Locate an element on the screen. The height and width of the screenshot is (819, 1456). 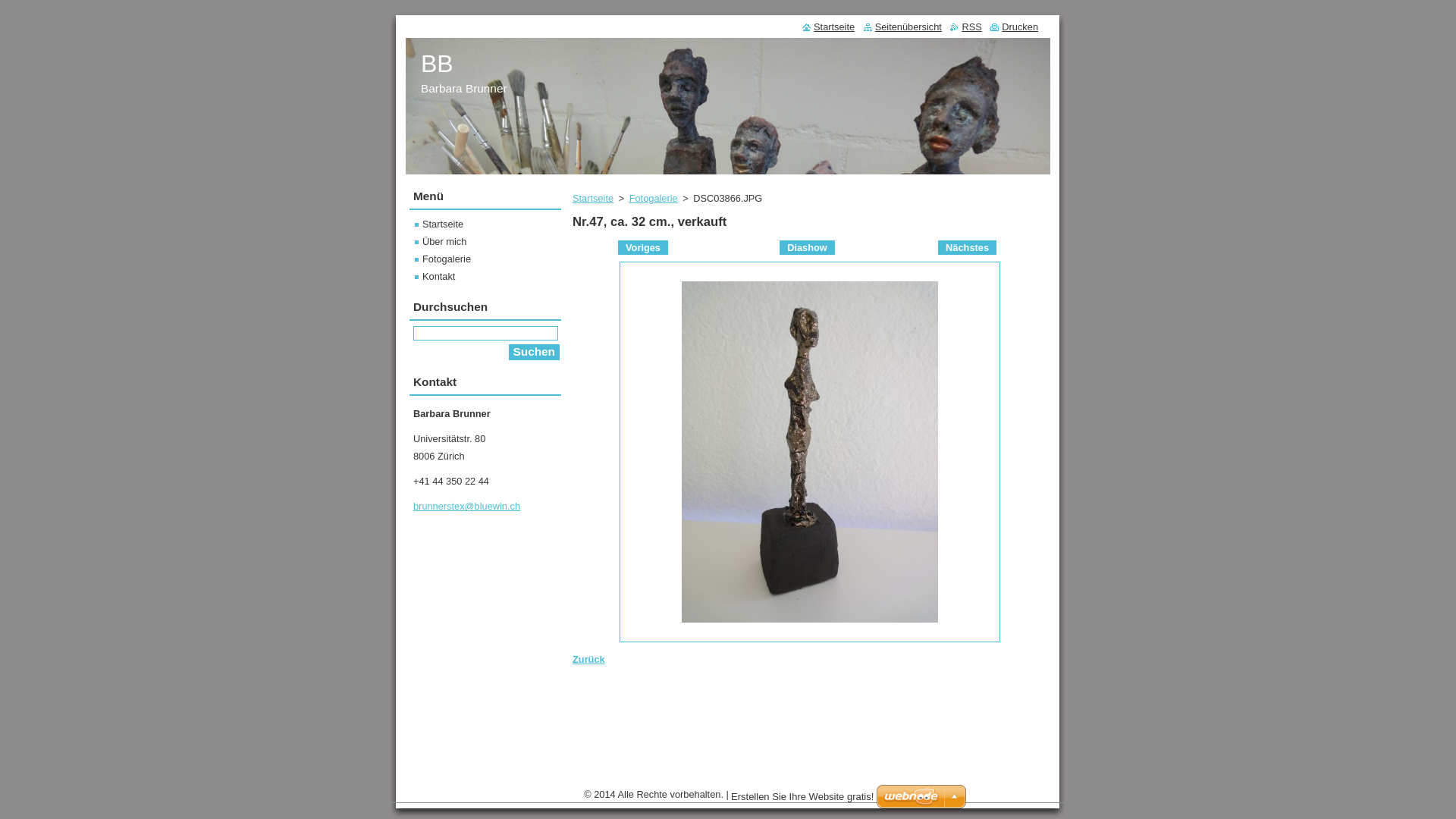
'Erstellen Sie Ihre Website gratis!' is located at coordinates (801, 795).